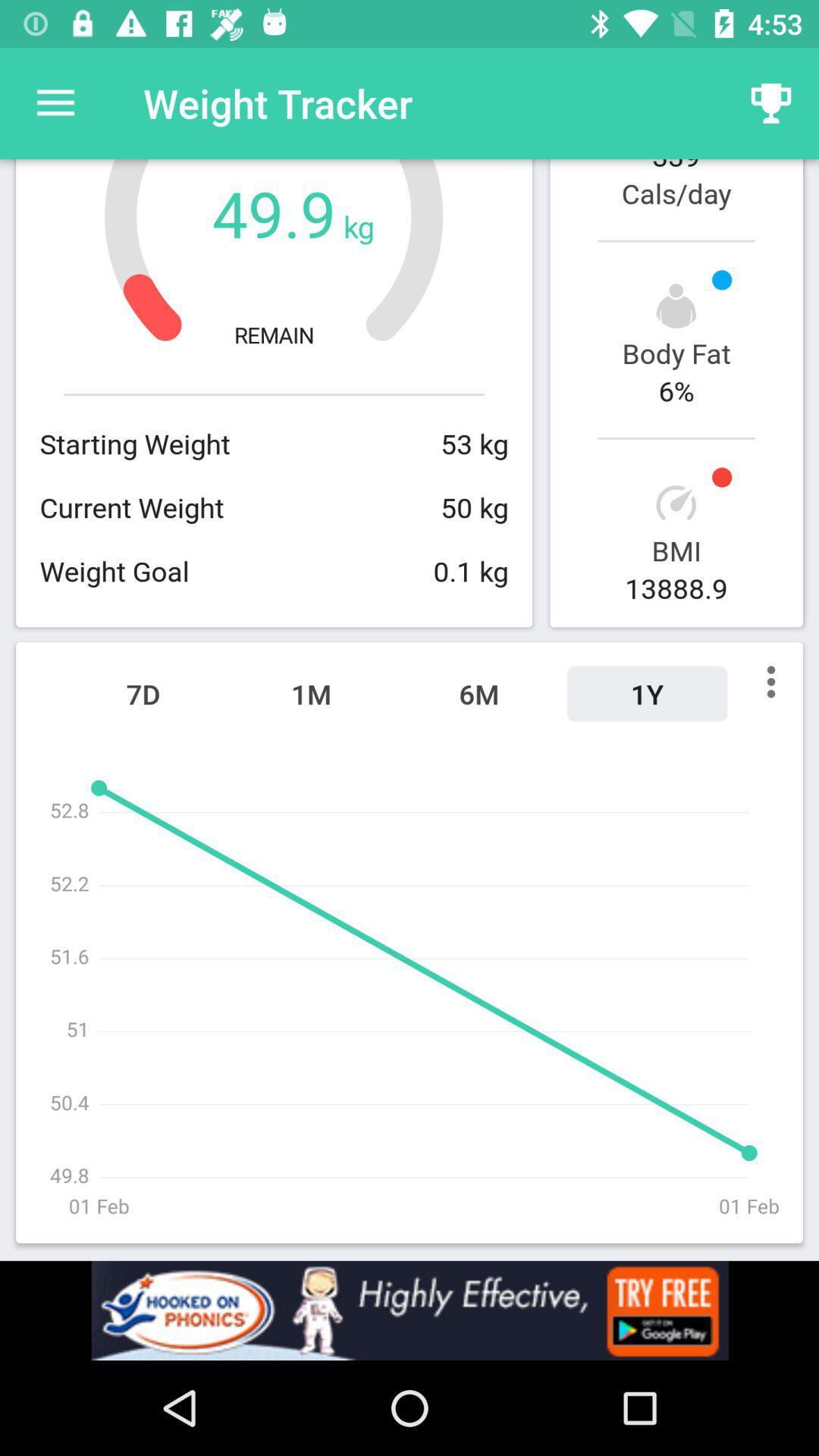 Image resolution: width=819 pixels, height=1456 pixels. Describe the element at coordinates (409, 1310) in the screenshot. I see `the advertisement` at that location.